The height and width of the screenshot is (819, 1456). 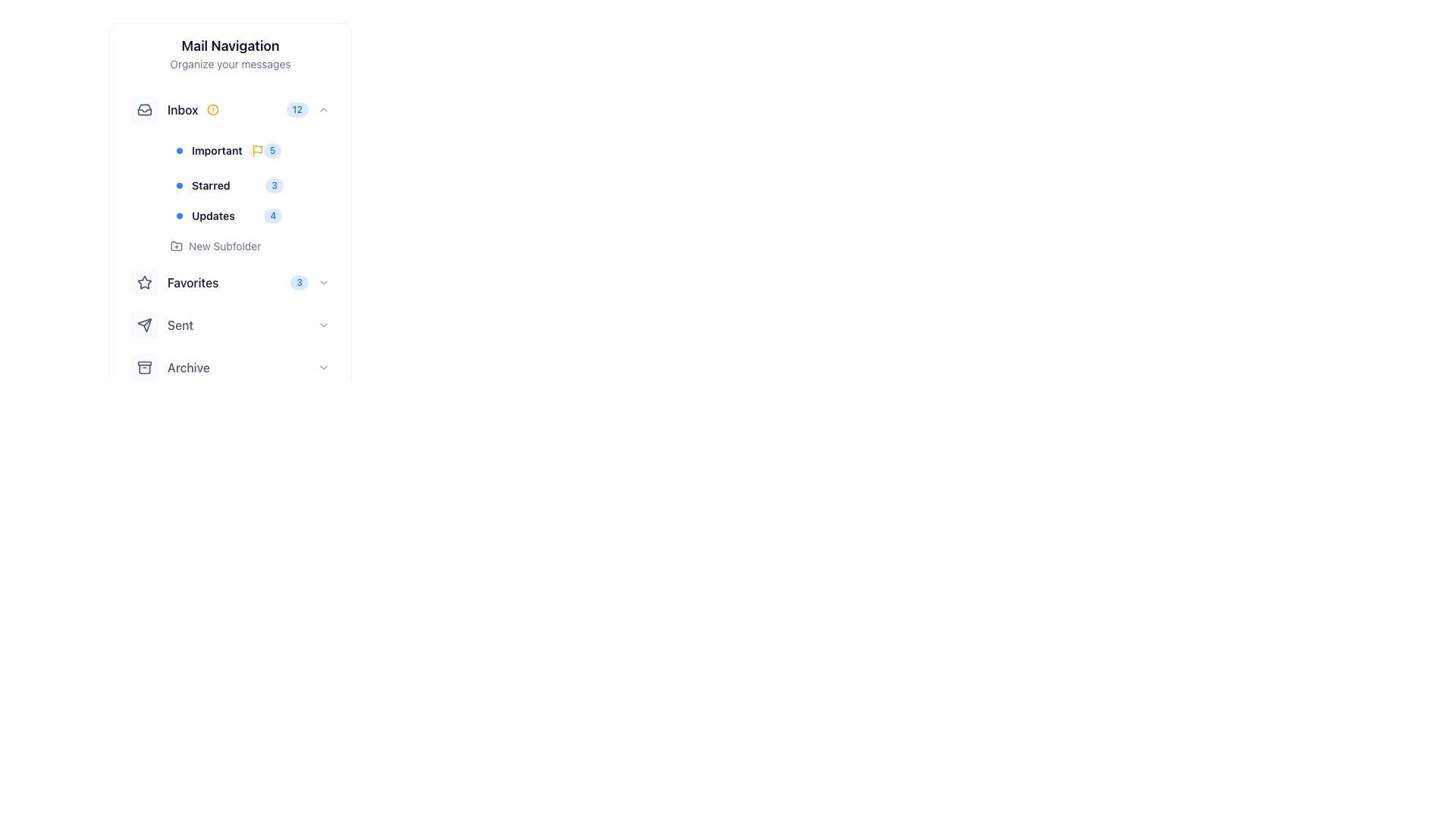 I want to click on the 'Inbox' text label in the 'Mail Navigation' section, which is styled with a medium font weight and displayed in dark gray, serving as the primary label for the first item in the navigation list, so click(x=182, y=109).